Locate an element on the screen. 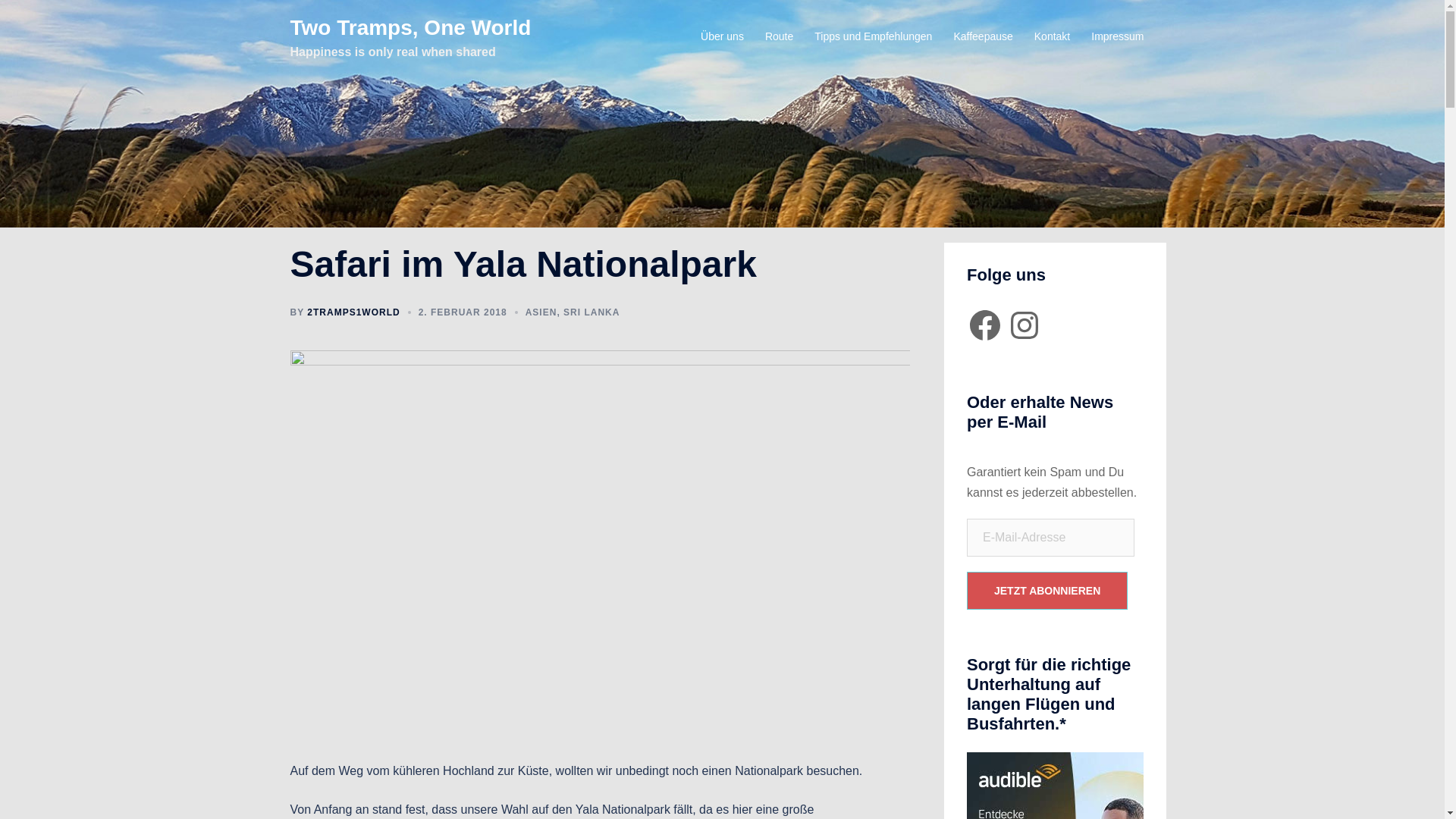  'Instagram' is located at coordinates (1024, 324).